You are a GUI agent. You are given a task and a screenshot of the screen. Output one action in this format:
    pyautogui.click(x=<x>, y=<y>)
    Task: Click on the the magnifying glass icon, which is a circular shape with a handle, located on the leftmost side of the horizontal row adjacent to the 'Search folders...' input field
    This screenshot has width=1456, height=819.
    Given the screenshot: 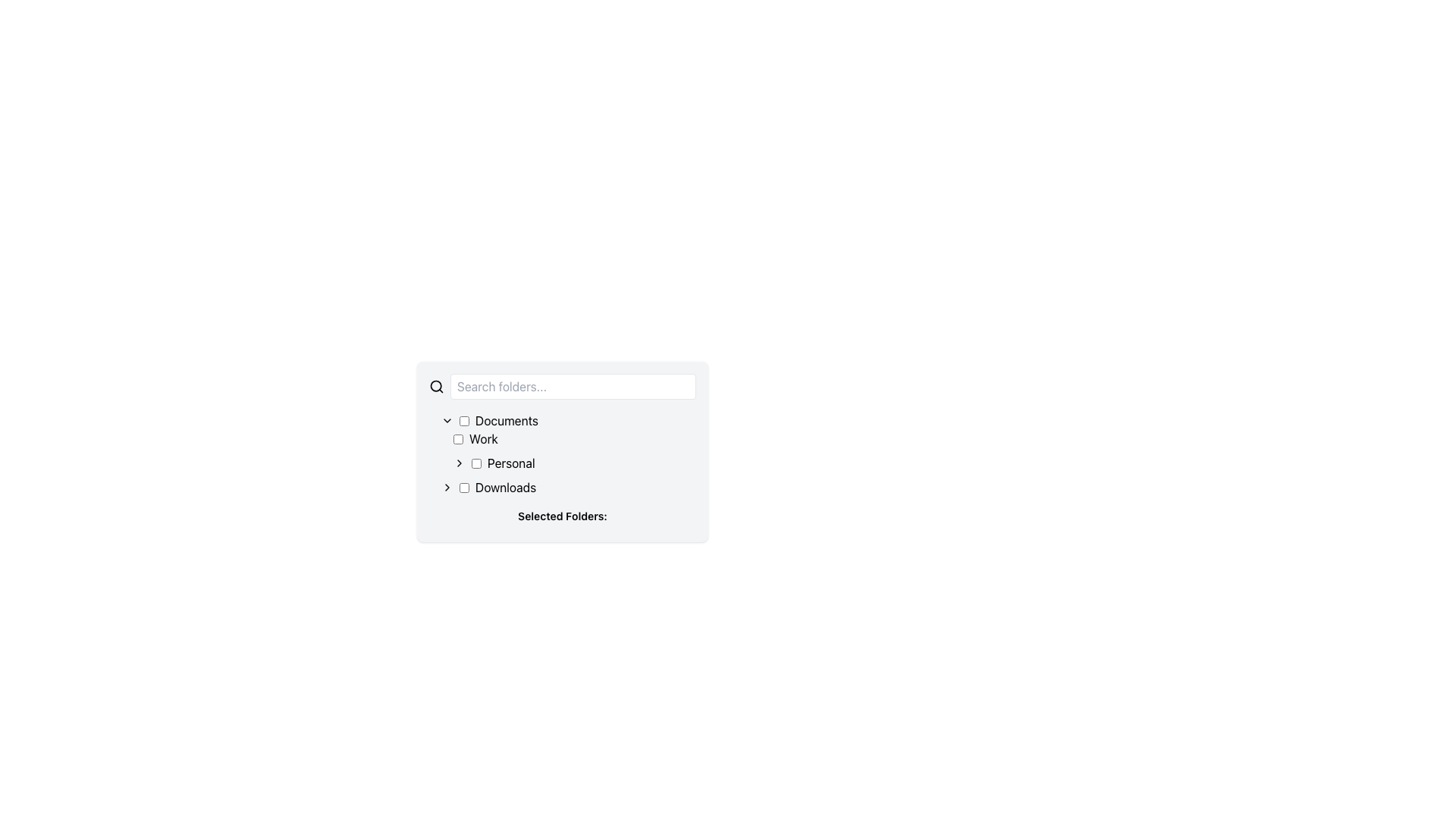 What is the action you would take?
    pyautogui.click(x=436, y=385)
    